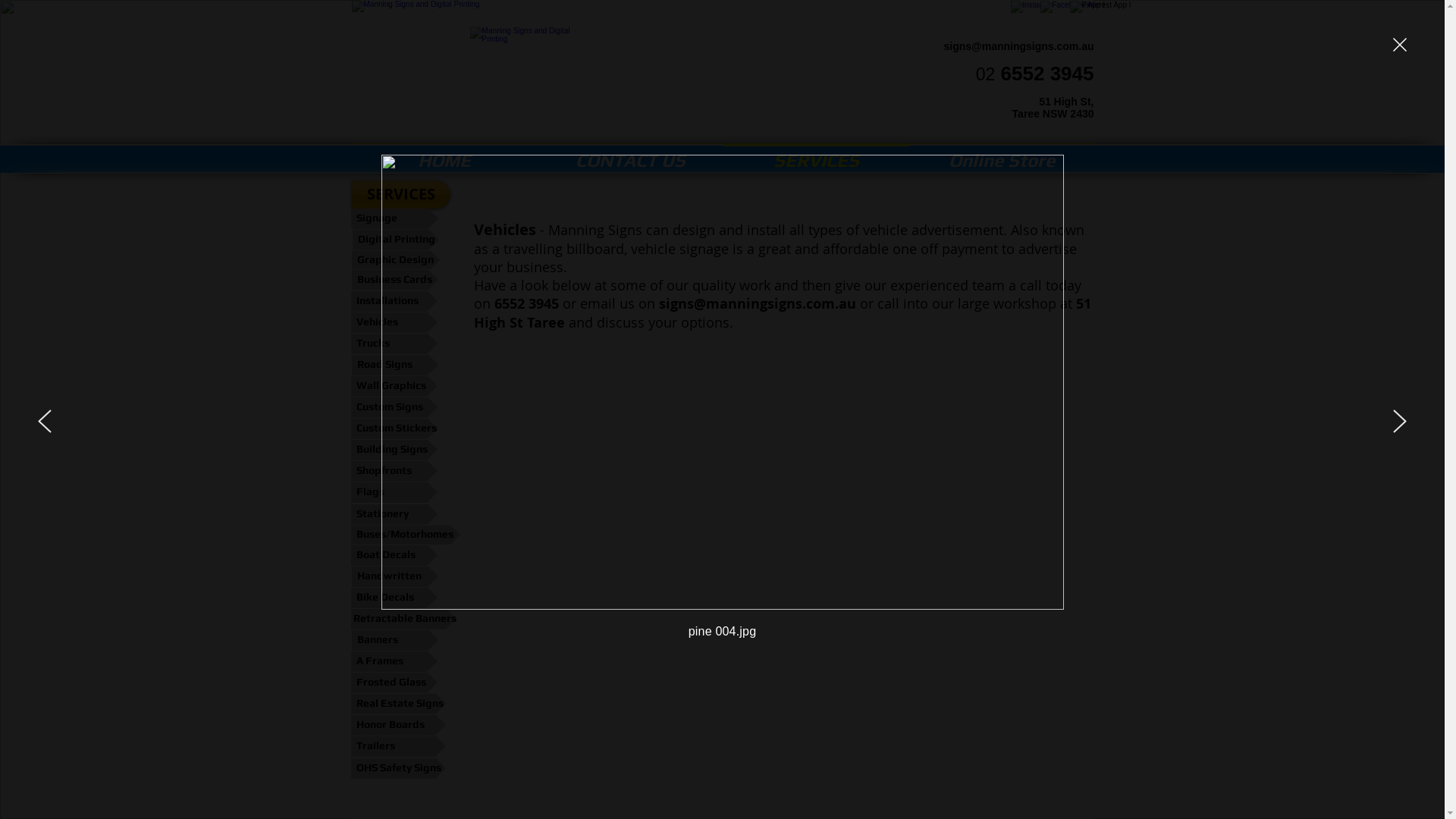 This screenshot has height=819, width=1456. What do you see at coordinates (397, 768) in the screenshot?
I see `'OHS Safety Signs'` at bounding box center [397, 768].